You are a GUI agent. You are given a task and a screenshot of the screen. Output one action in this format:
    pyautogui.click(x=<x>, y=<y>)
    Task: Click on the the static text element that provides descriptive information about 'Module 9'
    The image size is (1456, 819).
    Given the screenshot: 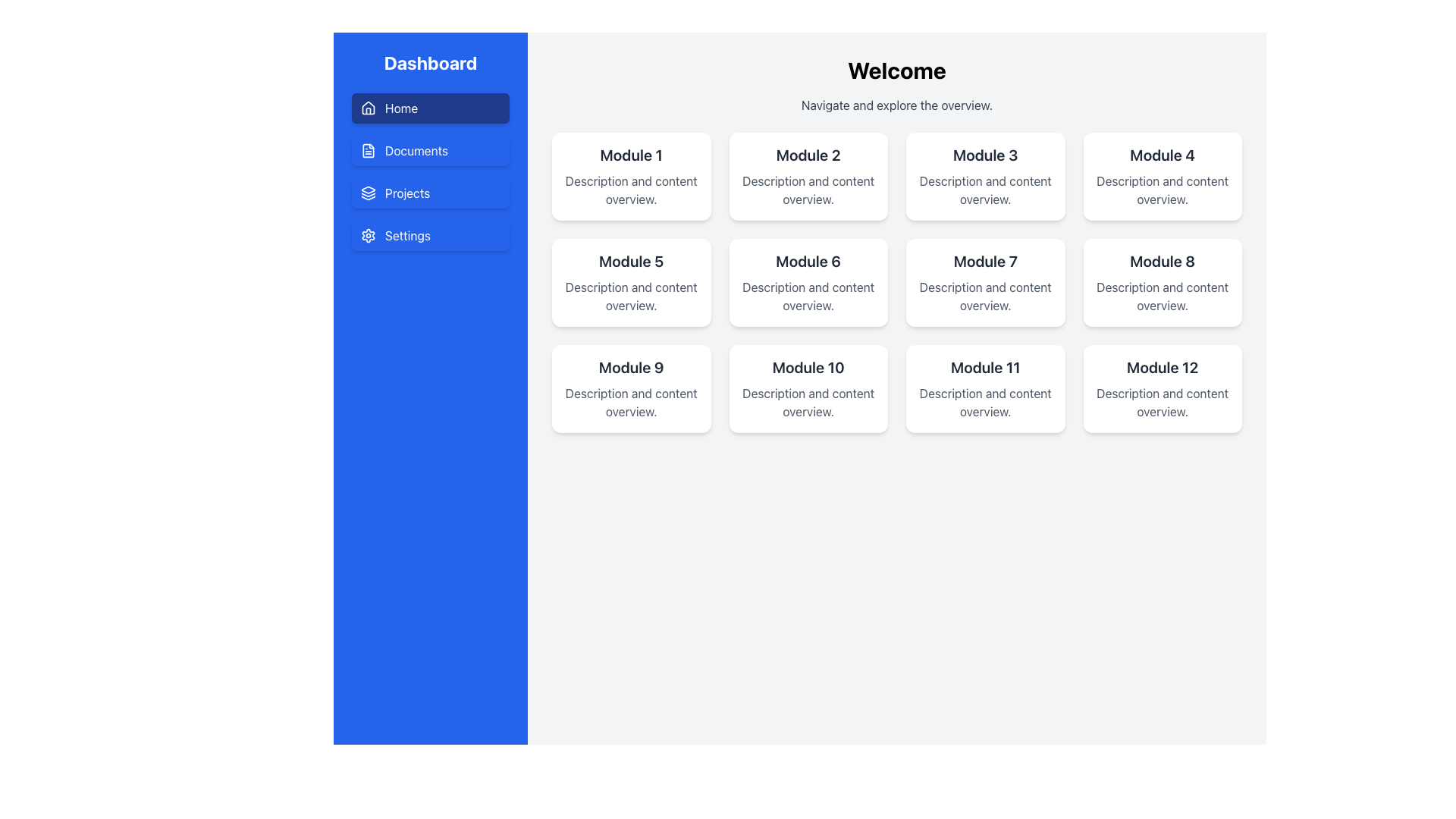 What is the action you would take?
    pyautogui.click(x=631, y=402)
    